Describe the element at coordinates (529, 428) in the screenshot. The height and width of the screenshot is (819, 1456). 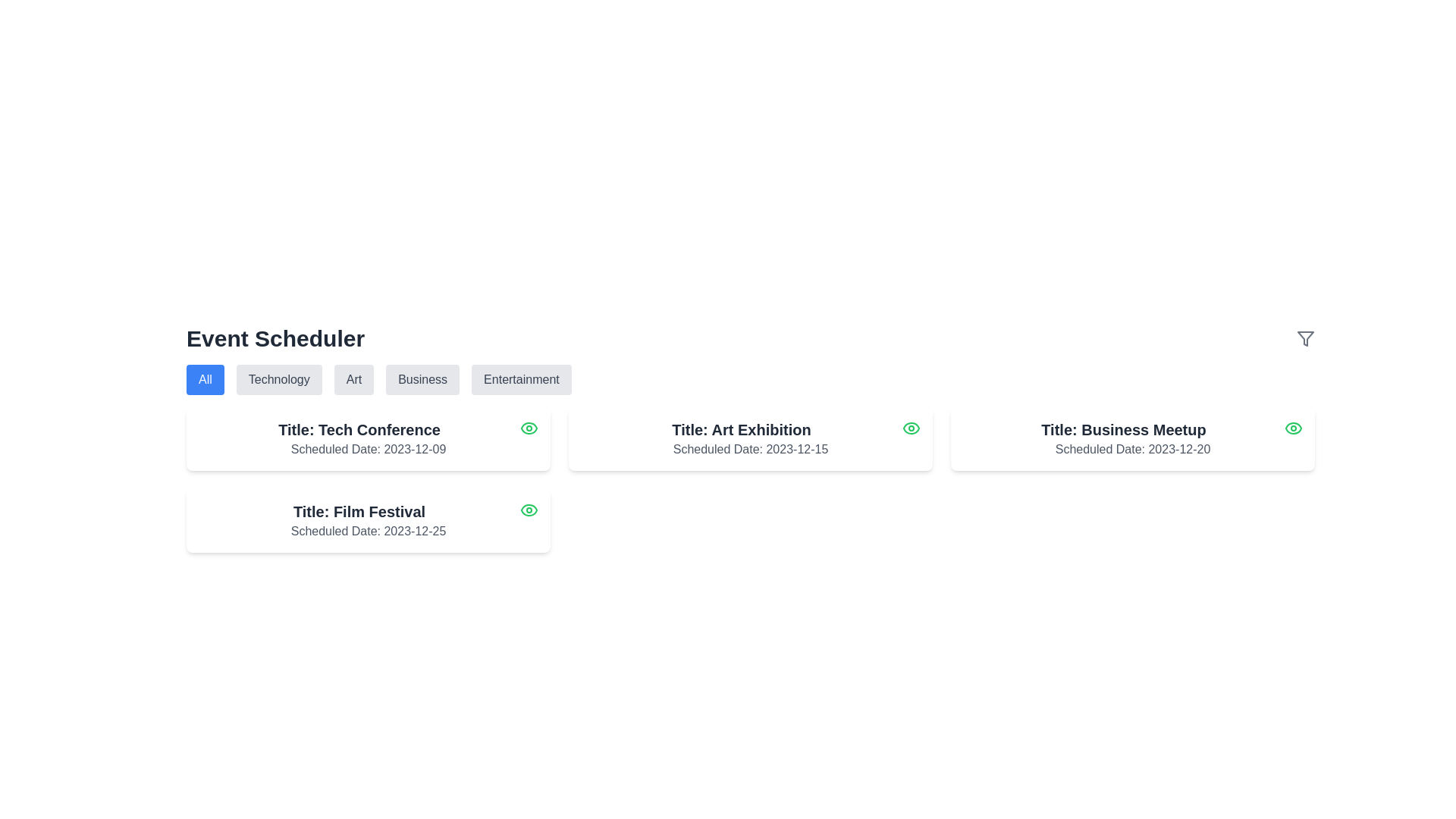
I see `the eye icon in the top-right corner of the 'Tech Conference' card` at that location.